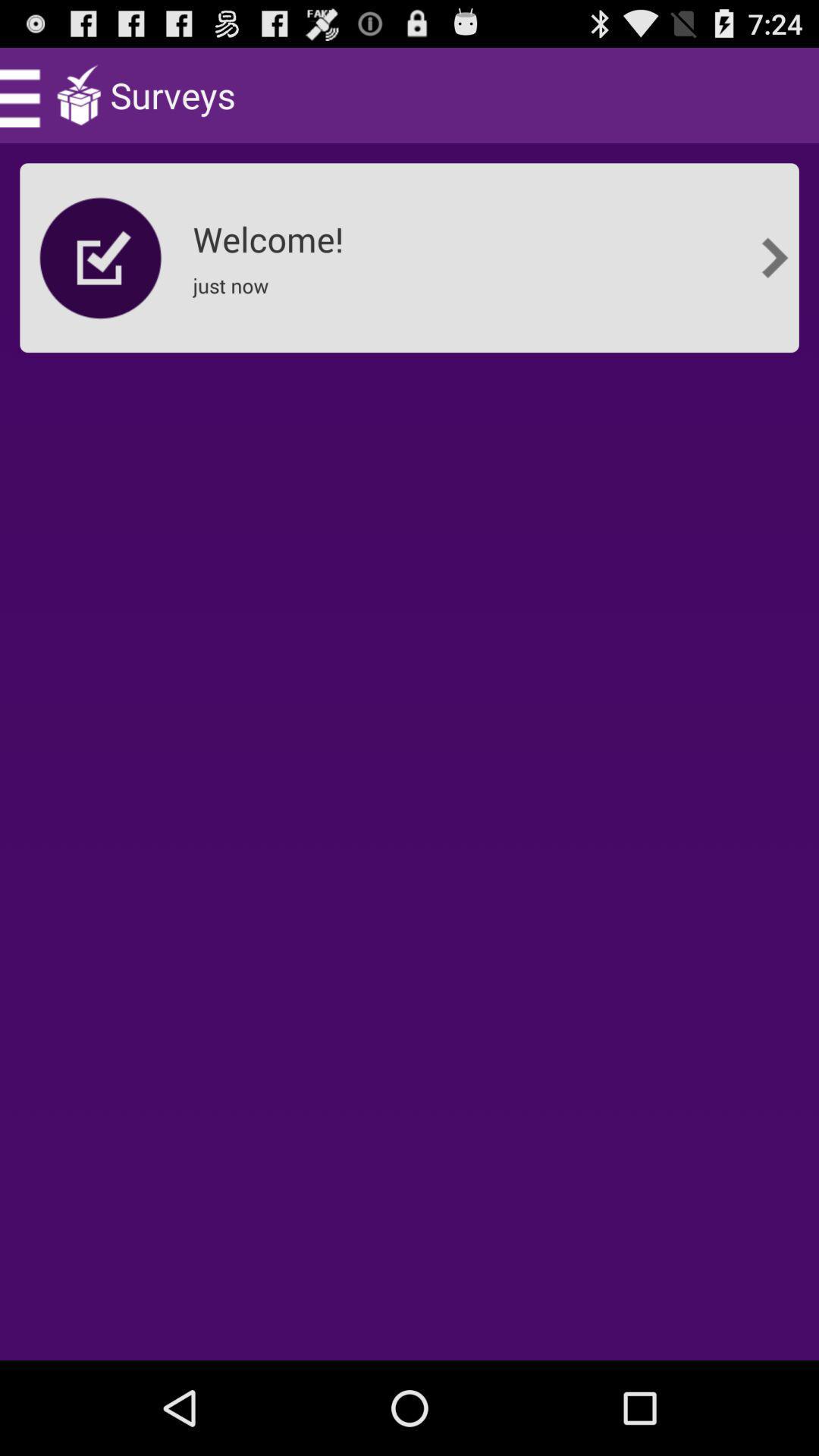 This screenshot has width=819, height=1456. What do you see at coordinates (271, 234) in the screenshot?
I see `the app below the surveys app` at bounding box center [271, 234].